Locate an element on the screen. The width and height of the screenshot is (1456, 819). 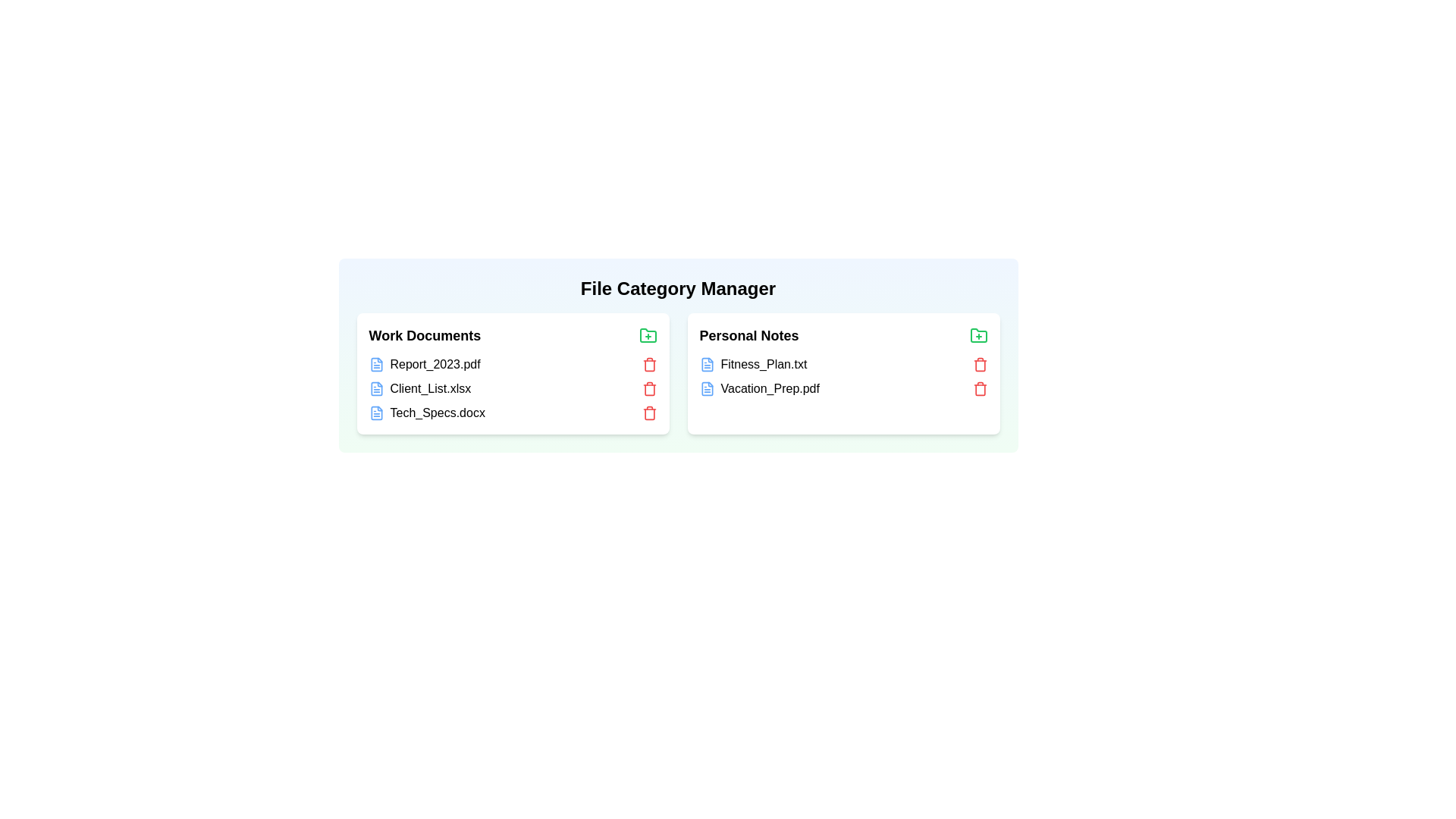
trash icon next to the file Vacation_Prep.pdf in the category Personal Notes is located at coordinates (980, 388).